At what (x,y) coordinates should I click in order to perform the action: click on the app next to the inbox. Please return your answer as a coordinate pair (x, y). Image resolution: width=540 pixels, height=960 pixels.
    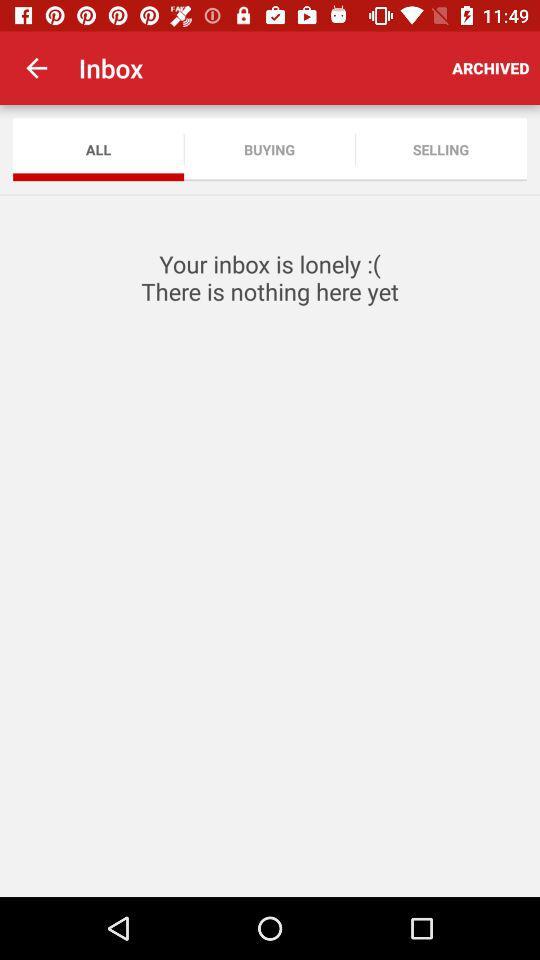
    Looking at the image, I should click on (36, 68).